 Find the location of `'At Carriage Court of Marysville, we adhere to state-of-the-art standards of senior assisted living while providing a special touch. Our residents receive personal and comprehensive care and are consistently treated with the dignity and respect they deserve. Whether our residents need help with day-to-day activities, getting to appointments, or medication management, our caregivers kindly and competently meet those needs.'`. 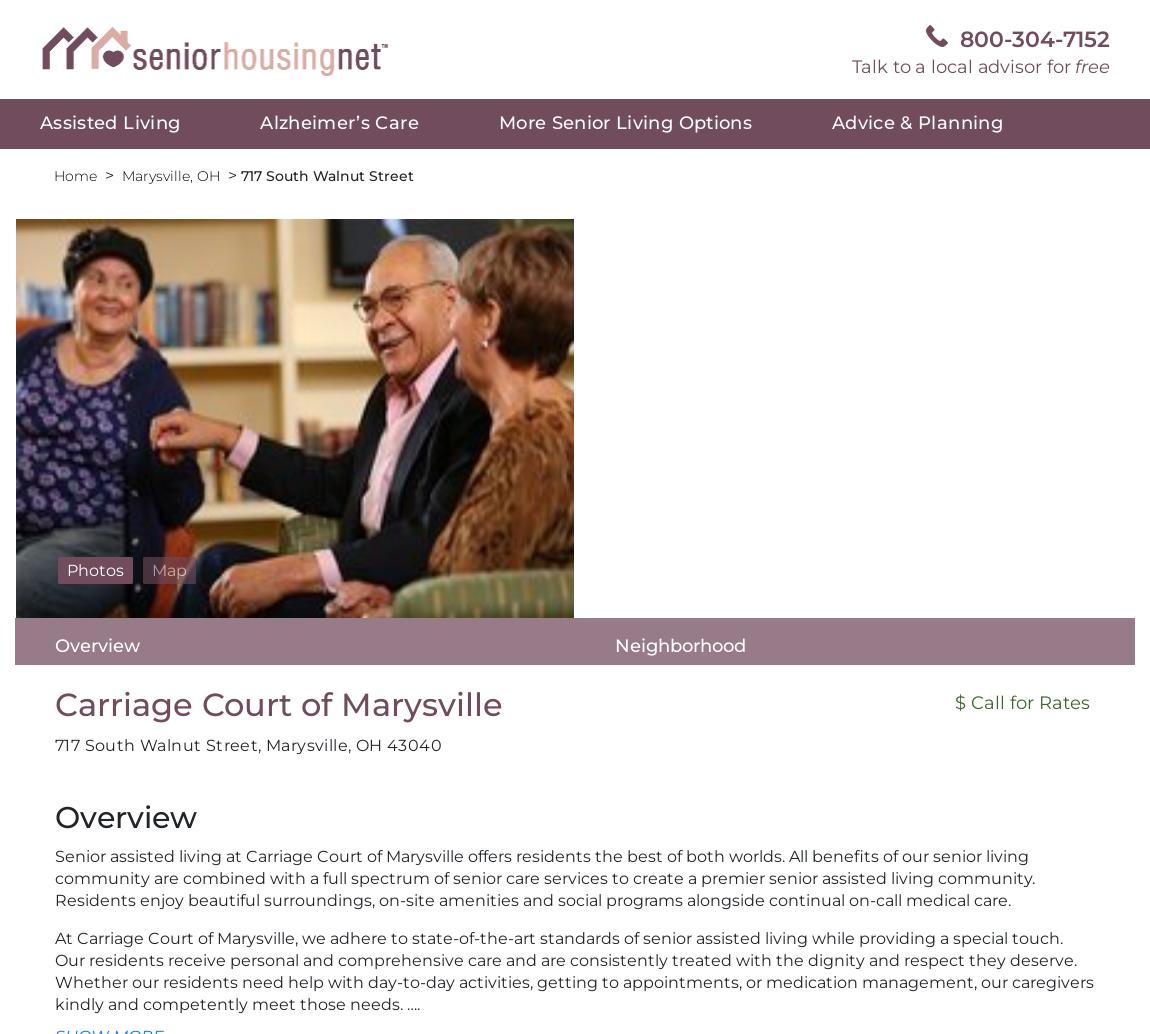

'At Carriage Court of Marysville, we adhere to state-of-the-art standards of senior assisted living while providing a special touch. Our residents receive personal and comprehensive care and are consistently treated with the dignity and respect they deserve. Whether our residents need help with day-to-day activities, getting to appointments, or medication management, our caregivers kindly and competently meet those needs.' is located at coordinates (574, 970).